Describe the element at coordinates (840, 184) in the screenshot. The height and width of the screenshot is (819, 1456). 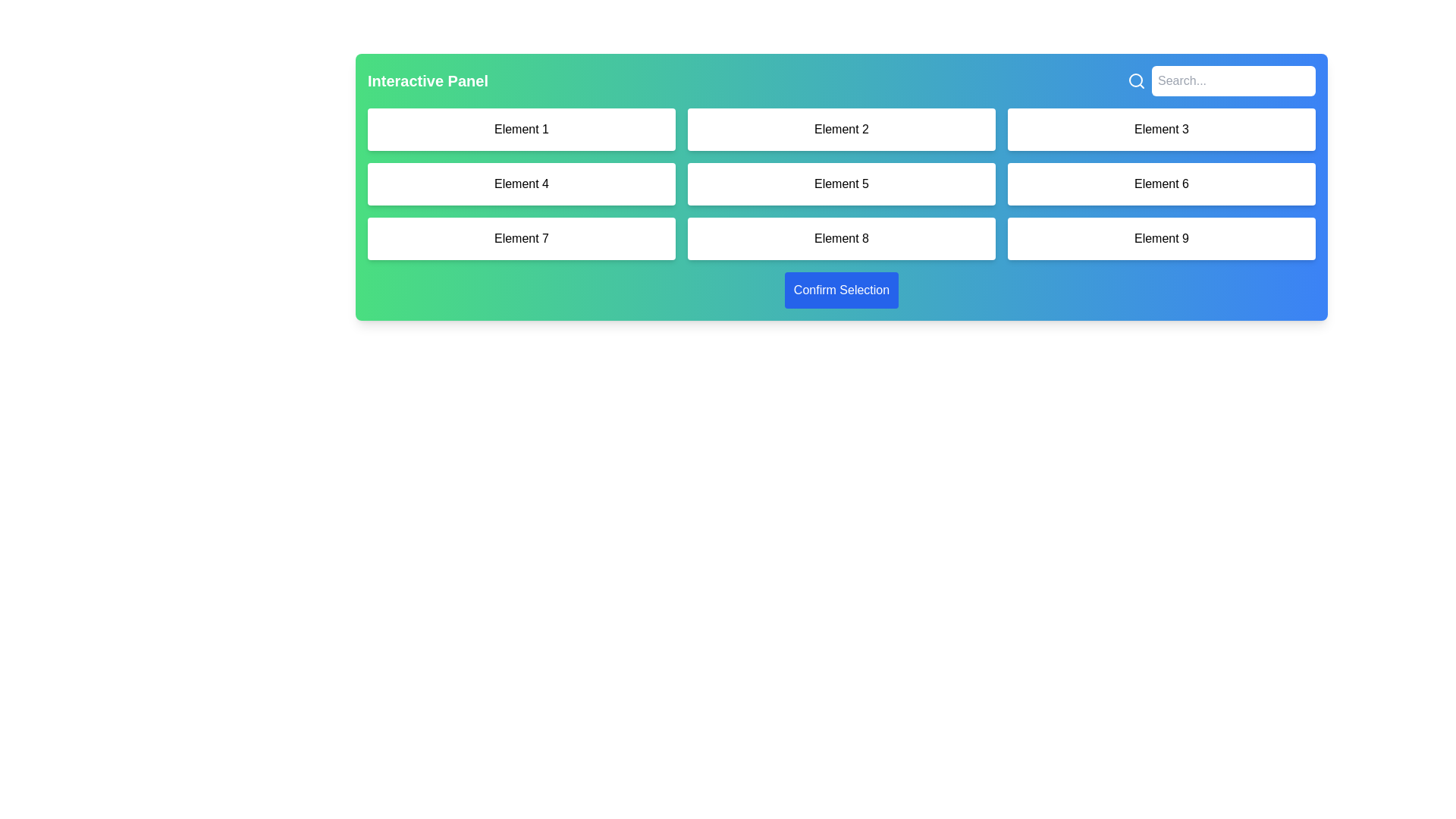
I see `the rectangular button labeled 'Element 5' with a white background and black centered text to interact` at that location.